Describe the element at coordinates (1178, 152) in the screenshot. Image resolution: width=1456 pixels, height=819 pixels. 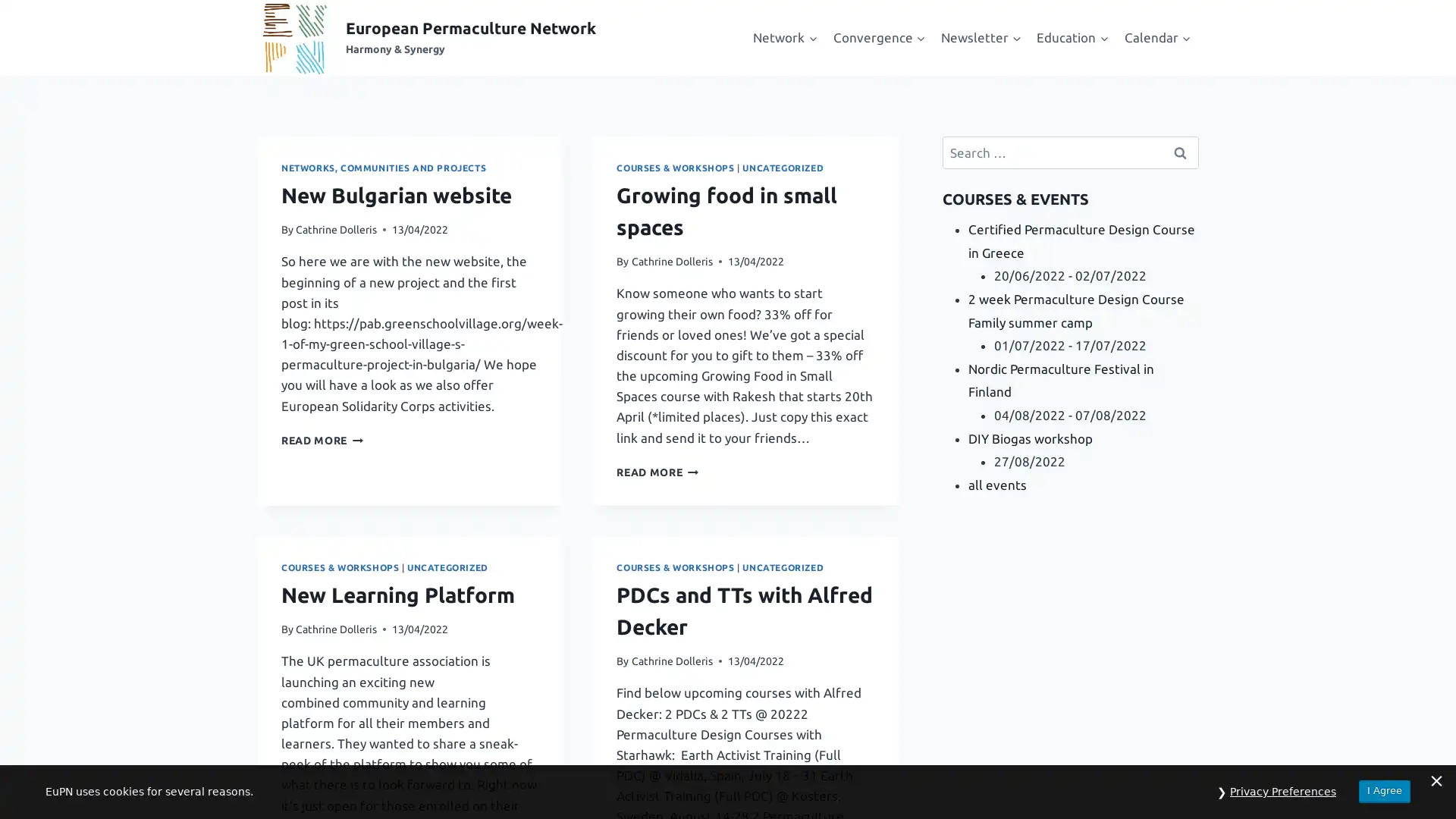
I see `Search` at that location.